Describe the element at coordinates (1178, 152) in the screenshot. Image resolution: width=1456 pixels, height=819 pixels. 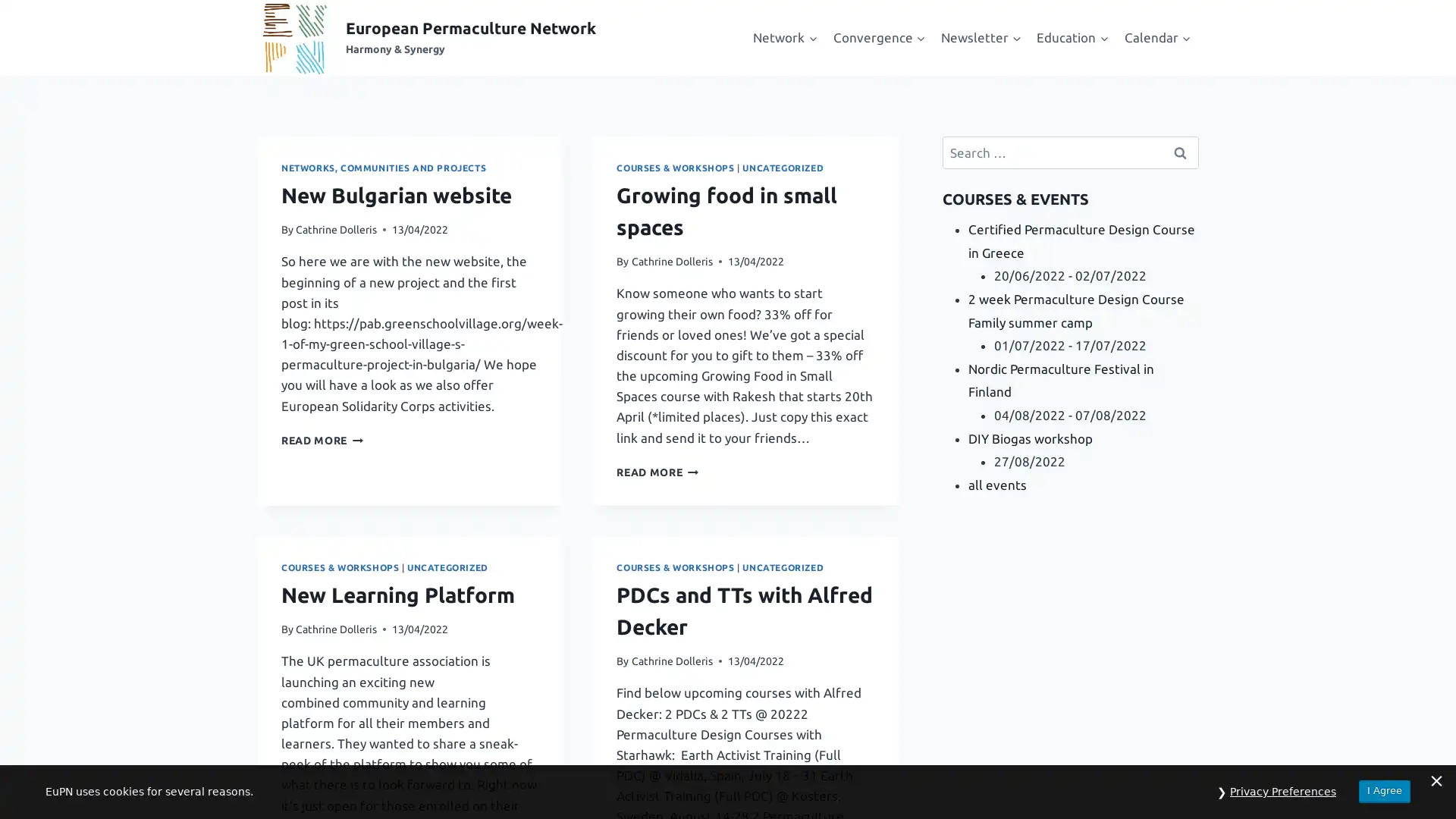
I see `Search` at that location.